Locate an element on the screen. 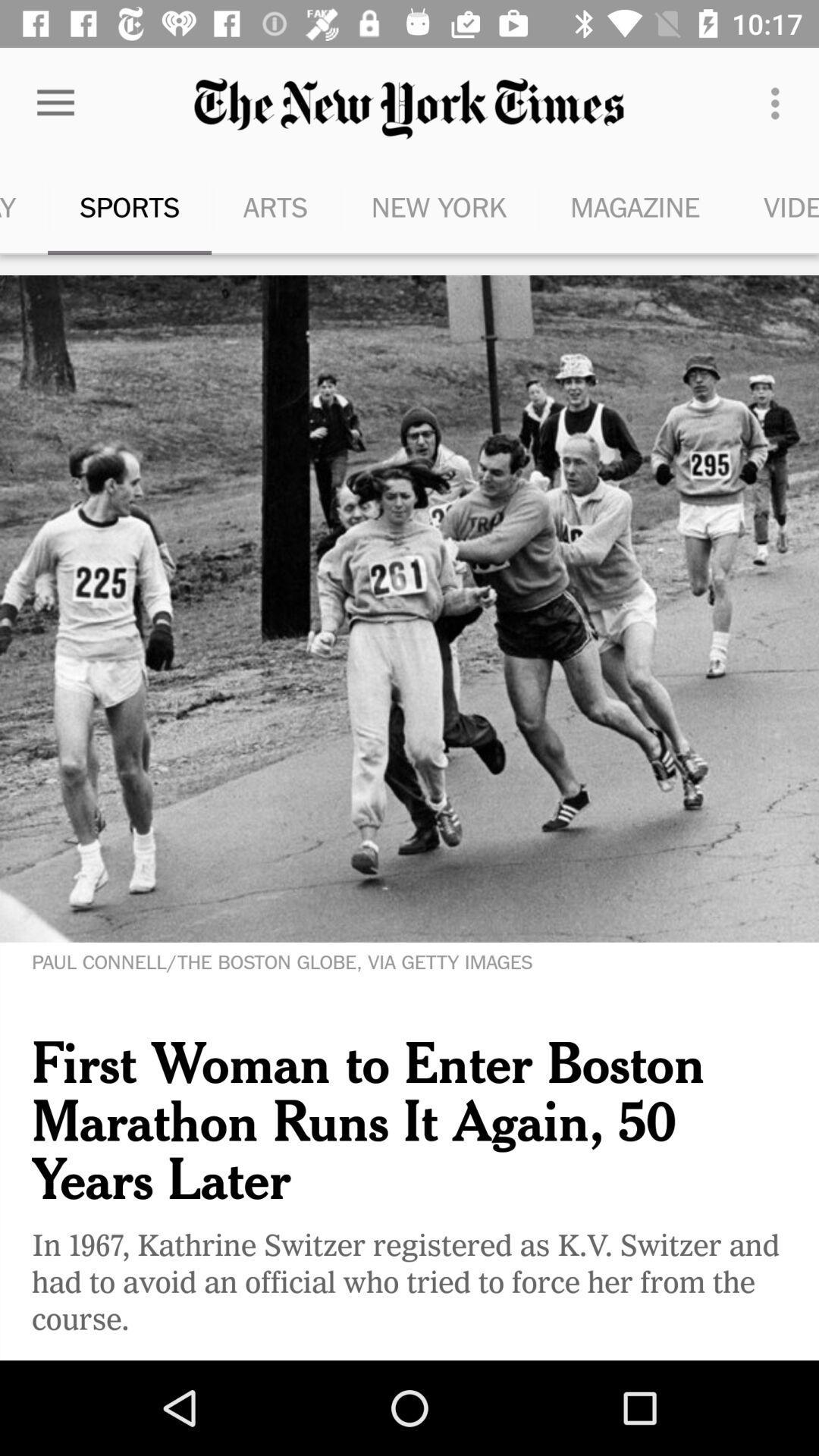  the icon to the right of the new york item is located at coordinates (635, 206).